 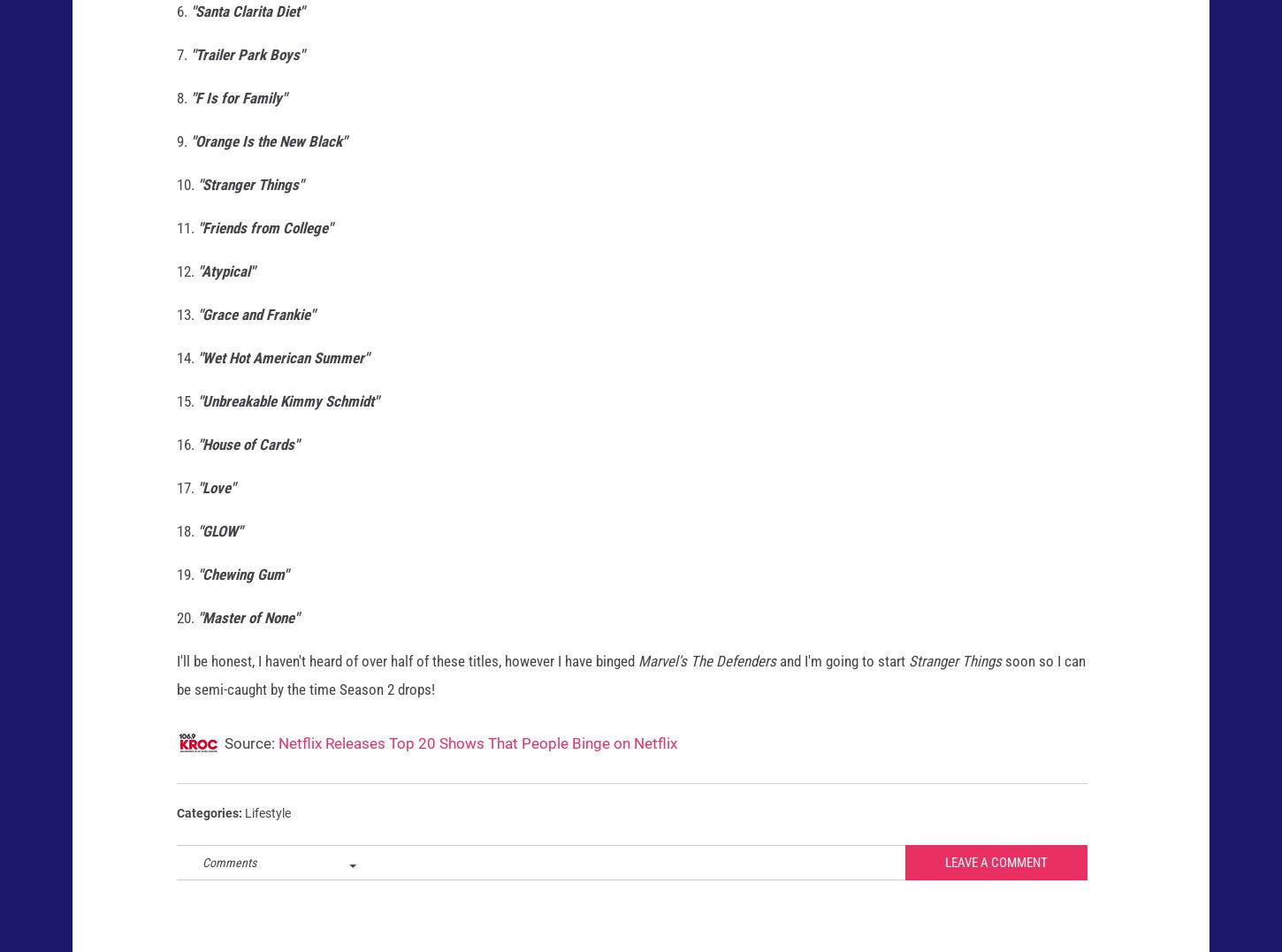 What do you see at coordinates (186, 460) in the screenshot?
I see `'16.'` at bounding box center [186, 460].